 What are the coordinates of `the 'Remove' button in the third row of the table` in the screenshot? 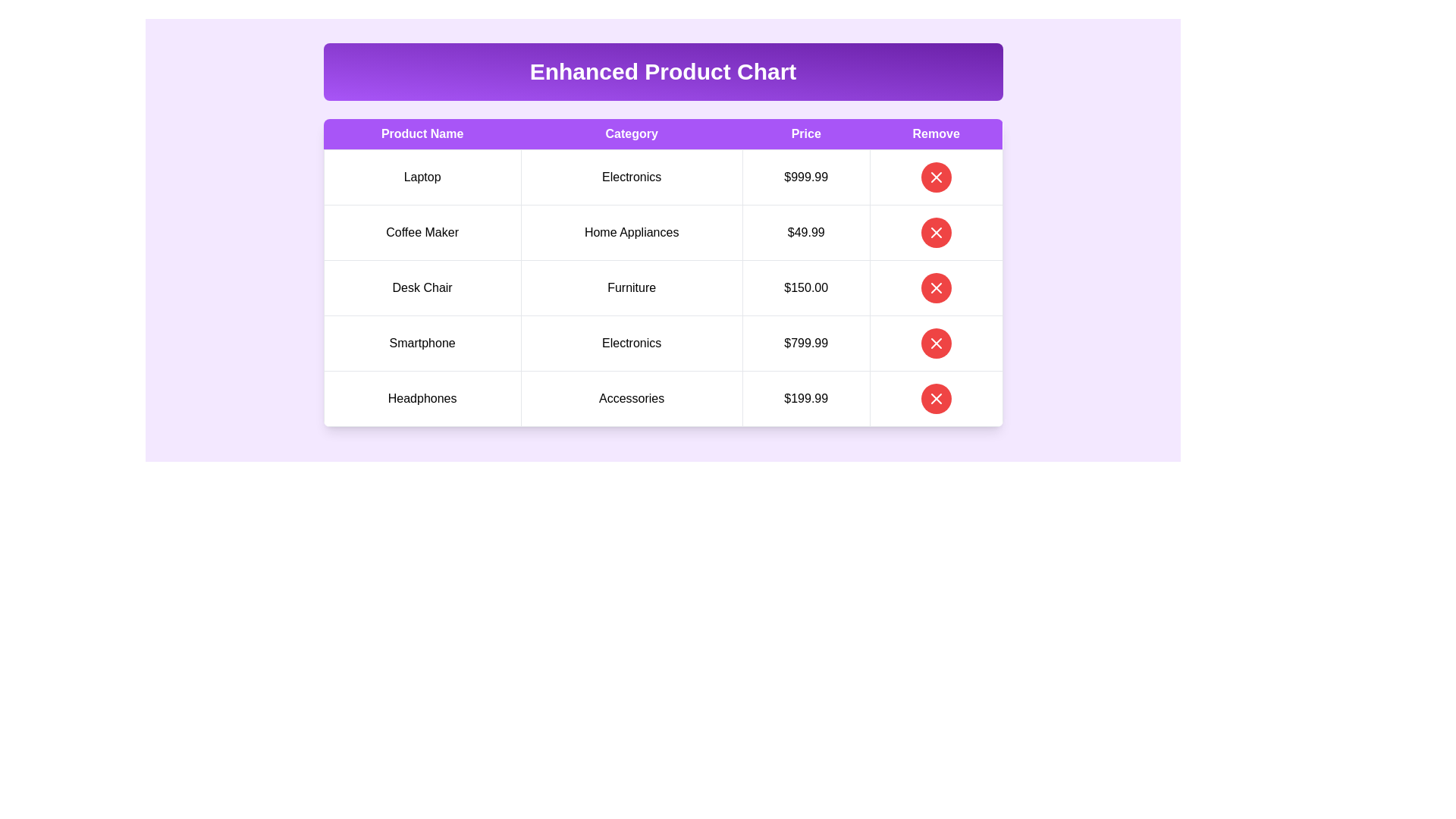 It's located at (934, 288).